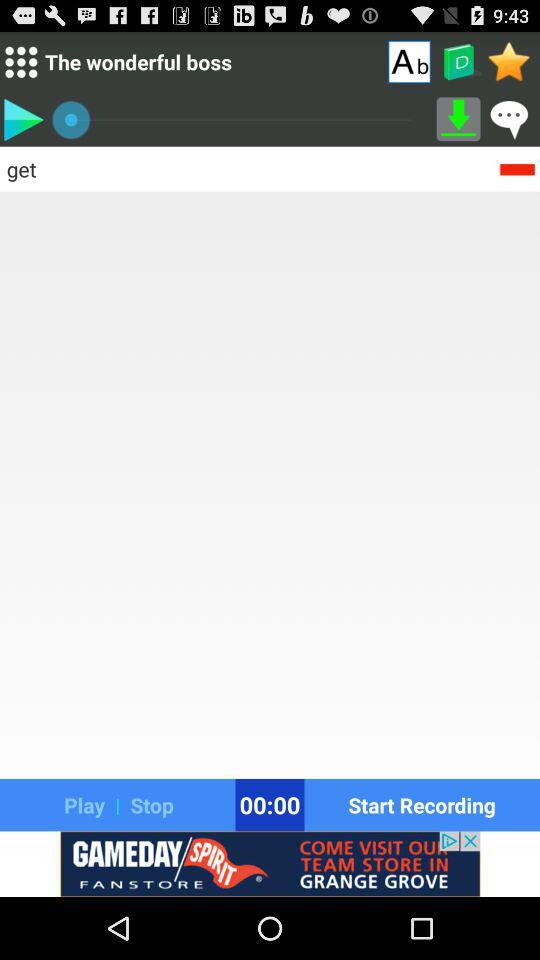  I want to click on click the menu option, so click(20, 61).